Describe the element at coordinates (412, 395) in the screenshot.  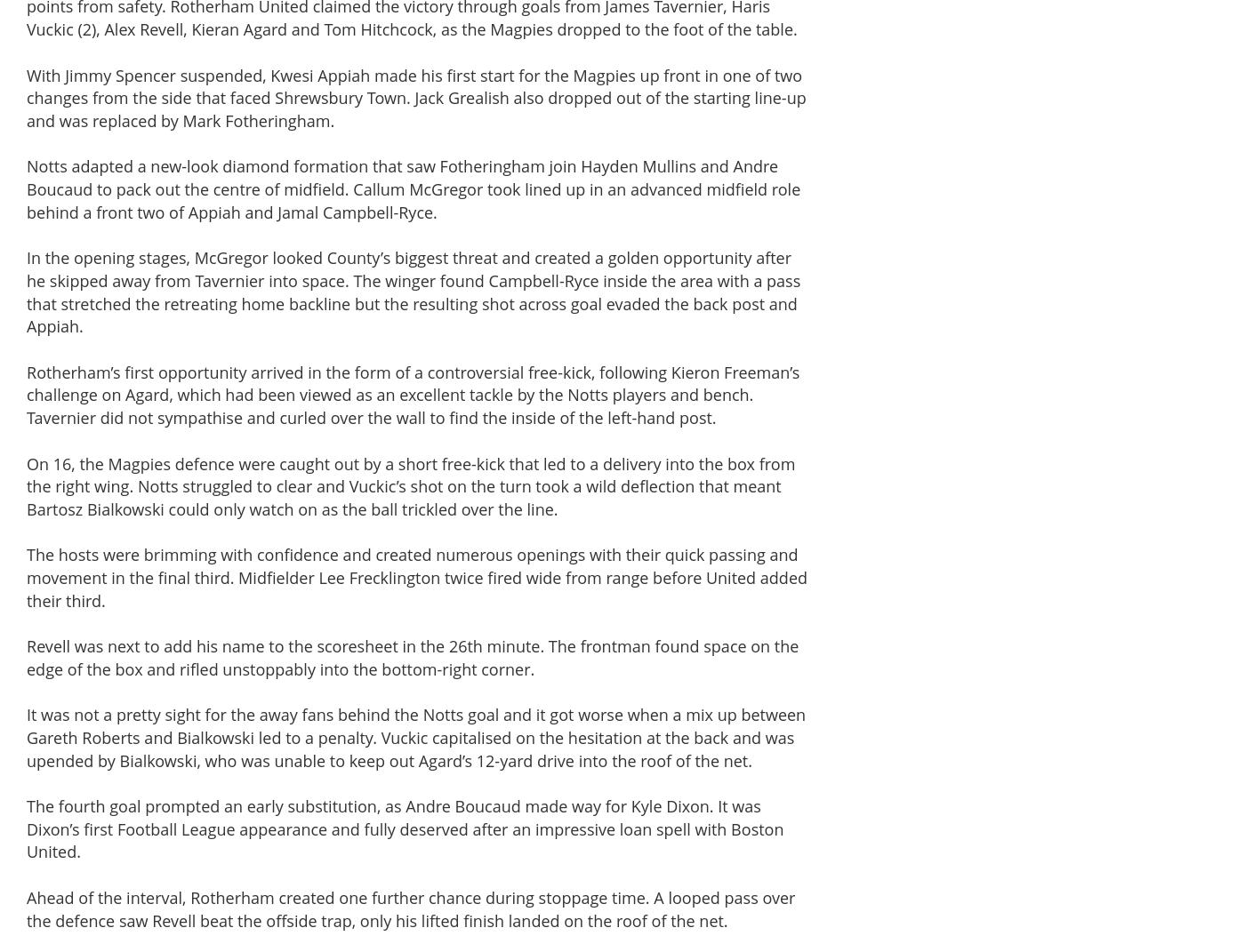
I see `'Rotherham’s first opportunity arrived in the form of a controversial free-kick, following Kieron Freeman’s challenge on Agard, which had been viewed as an excellent tackle by the Notts players and bench. Tavernier did not sympathise and curled over the wall to find the inside of the left-hand post.'` at that location.